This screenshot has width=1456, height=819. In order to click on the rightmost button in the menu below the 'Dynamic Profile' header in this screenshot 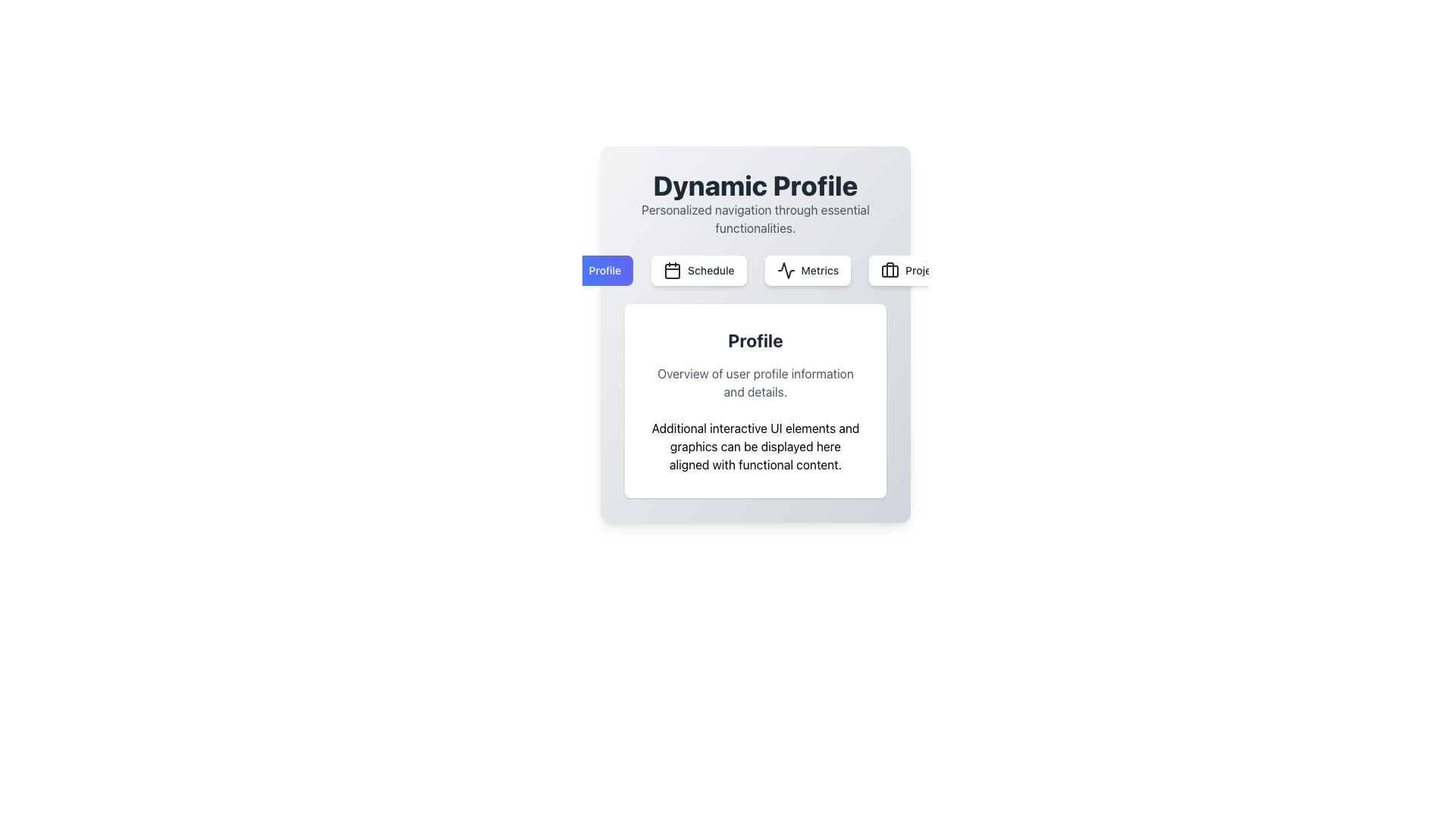, I will do `click(913, 270)`.